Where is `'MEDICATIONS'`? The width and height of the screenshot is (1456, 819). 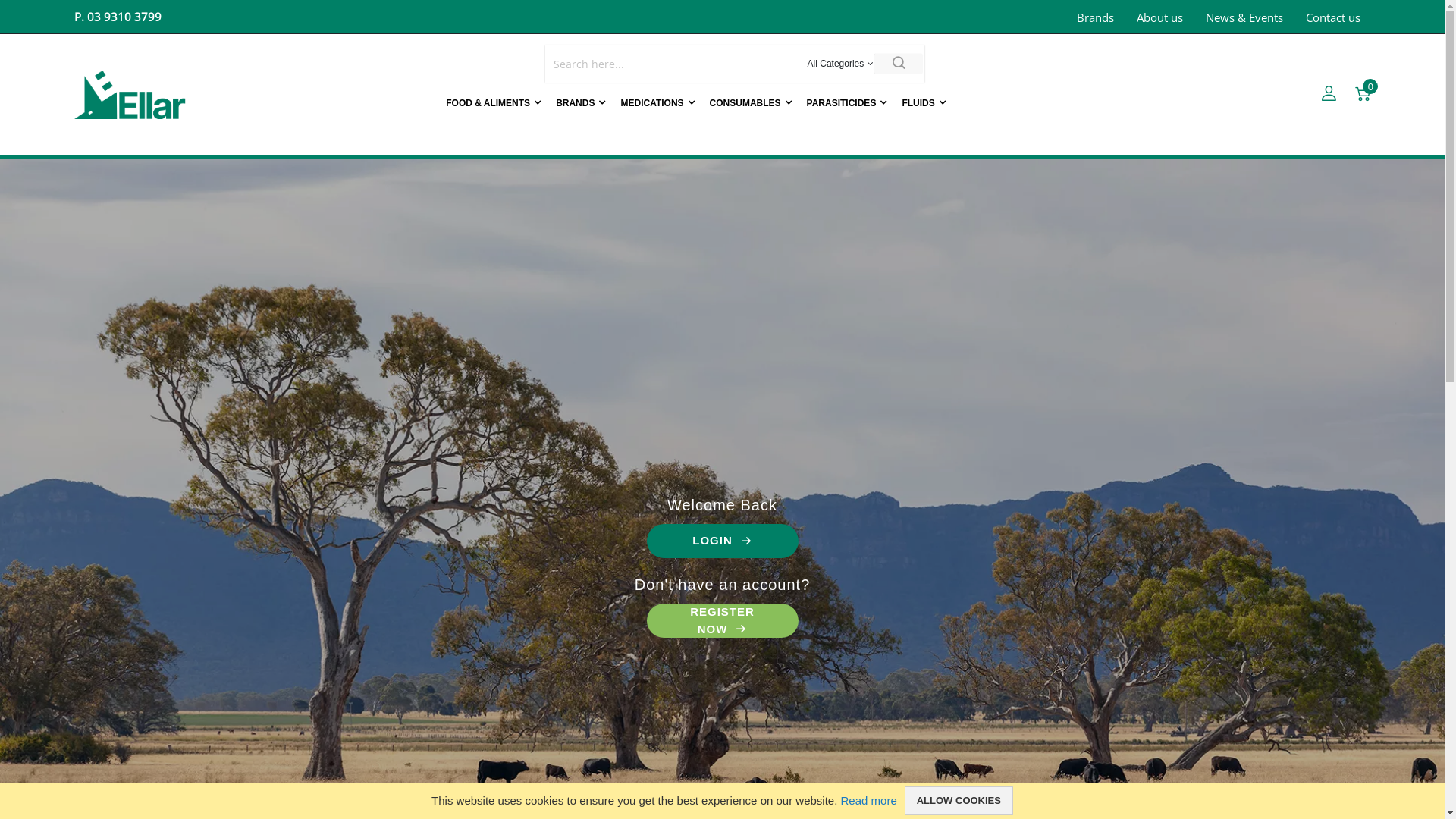
'MEDICATIONS' is located at coordinates (612, 102).